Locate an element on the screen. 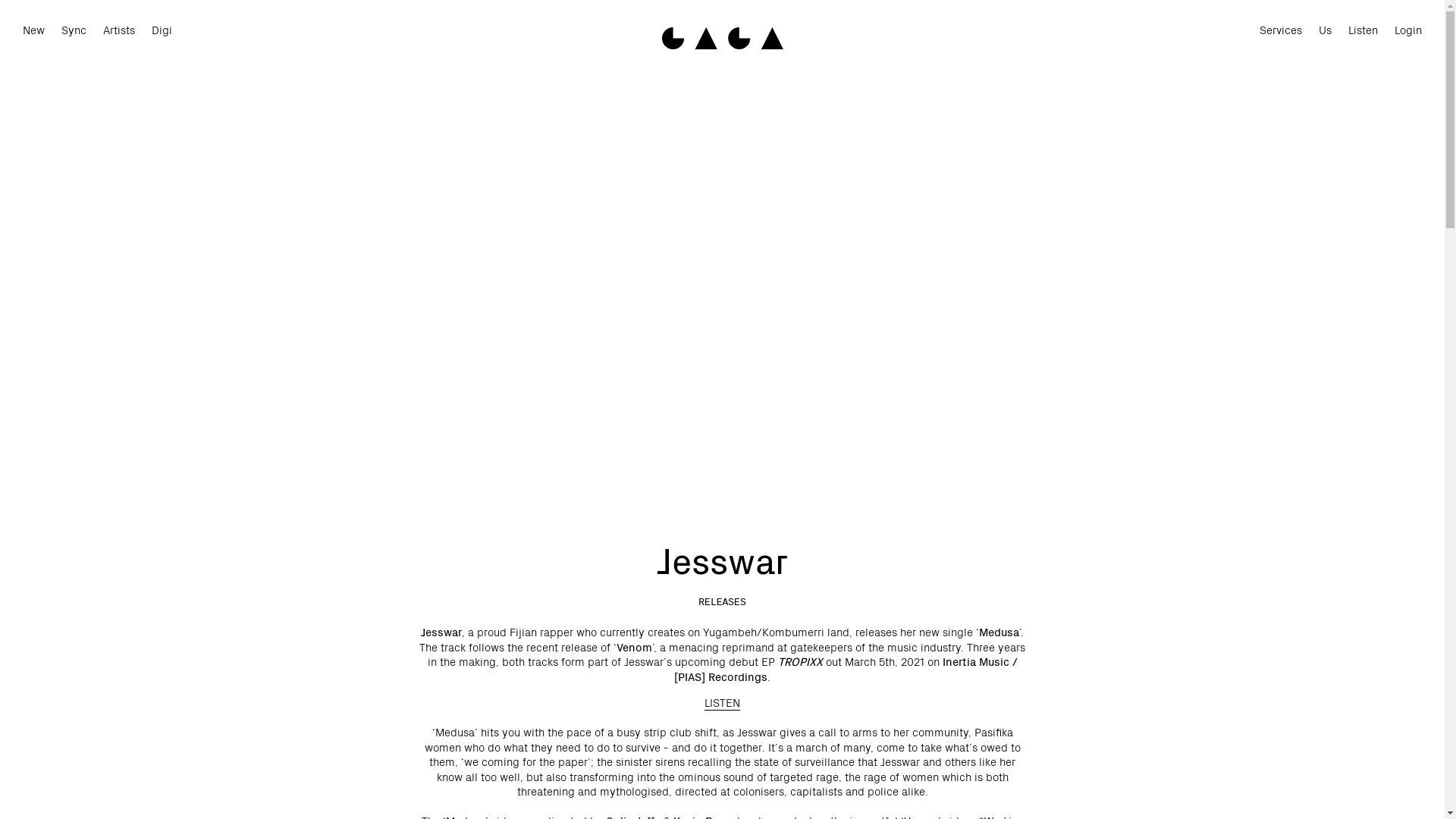 Image resolution: width=1456 pixels, height=819 pixels. 'LISTEN' is located at coordinates (704, 701).